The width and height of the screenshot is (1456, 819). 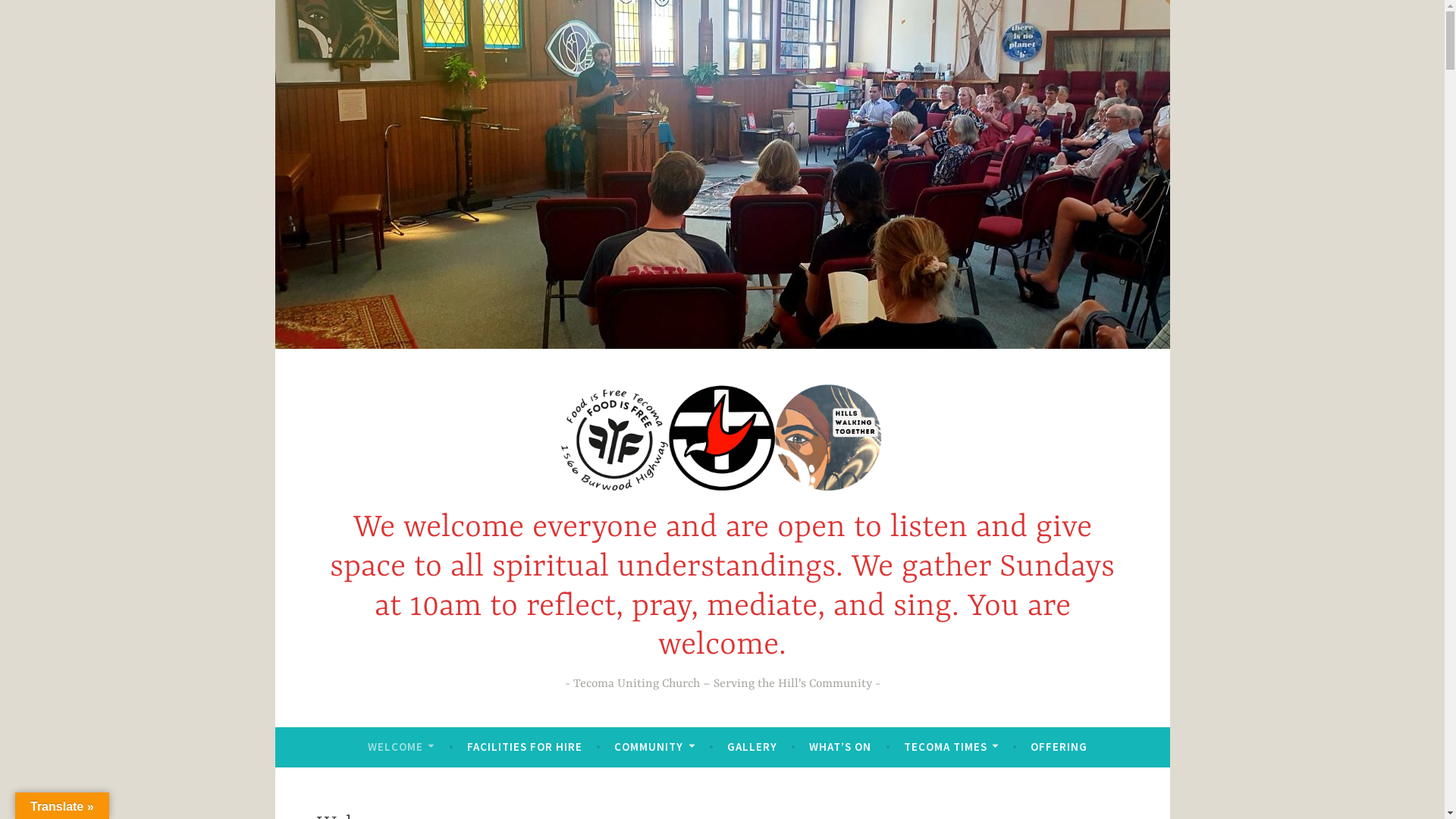 I want to click on 'OFFERING', so click(x=1058, y=745).